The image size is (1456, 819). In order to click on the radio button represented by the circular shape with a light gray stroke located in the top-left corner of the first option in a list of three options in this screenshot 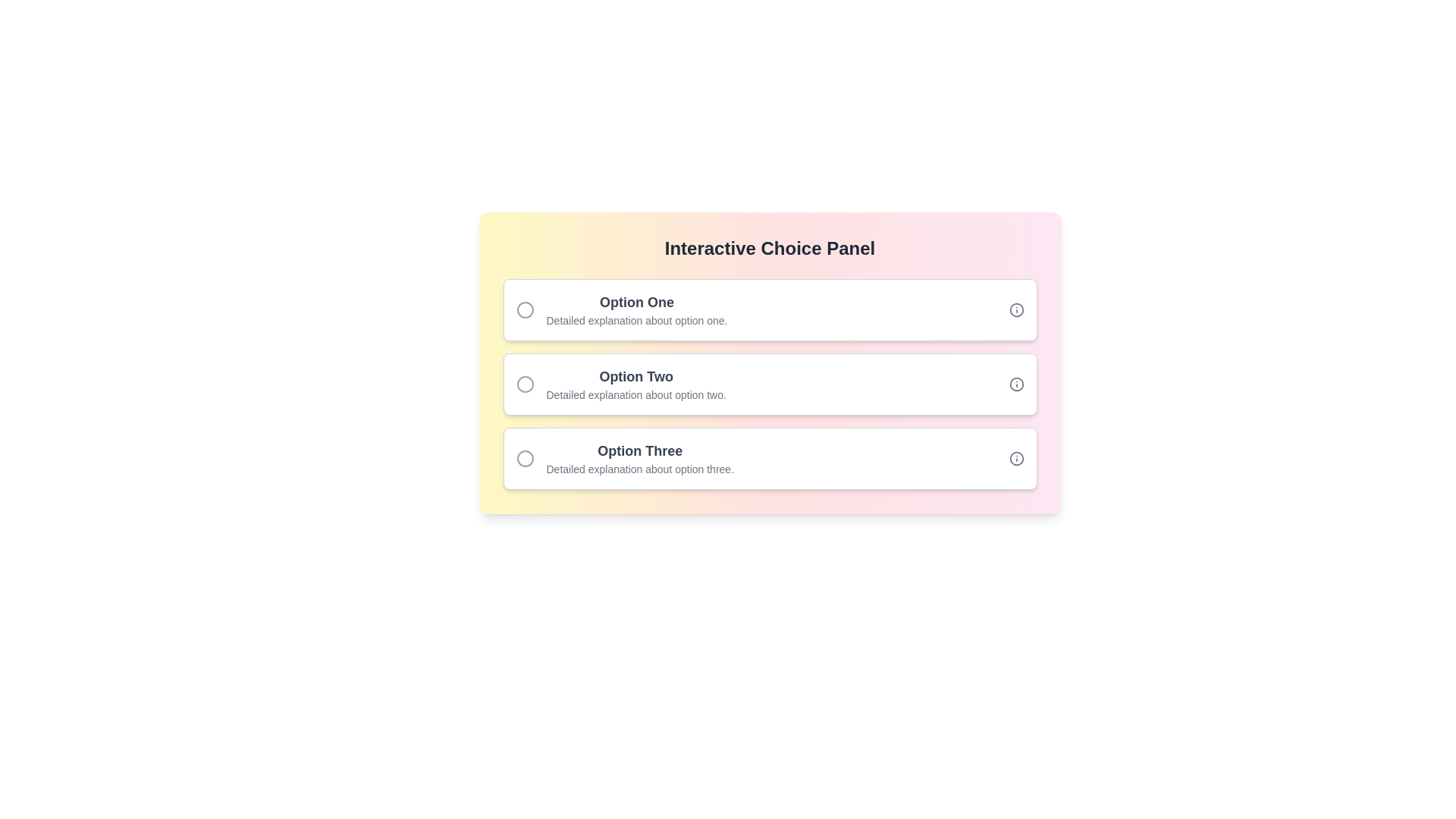, I will do `click(525, 309)`.